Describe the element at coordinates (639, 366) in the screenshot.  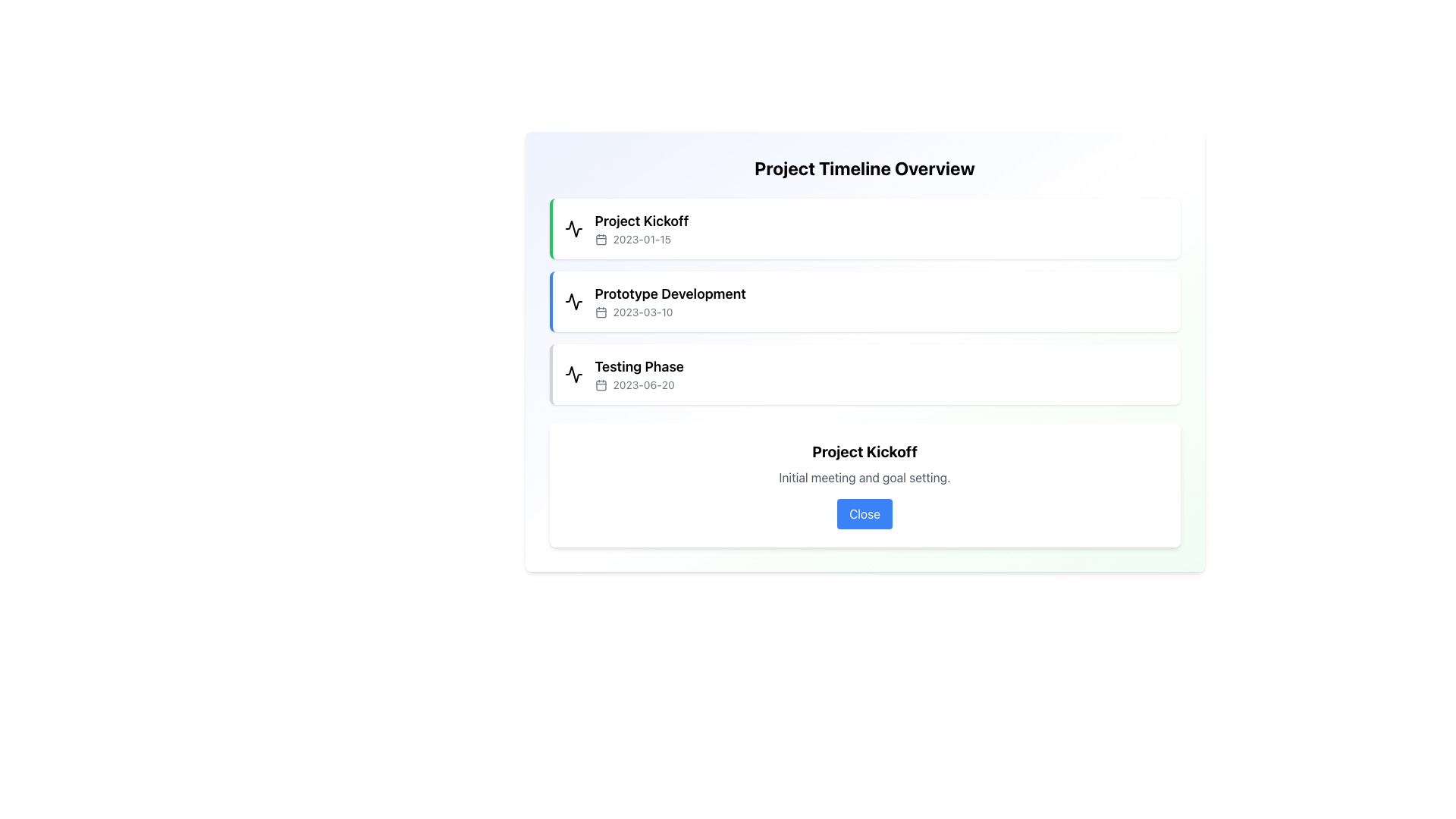
I see `the 'Testing Phase' text label, which is a bold and larger font title indicating the current phase of the project, positioned within the Project Timeline Overview section` at that location.